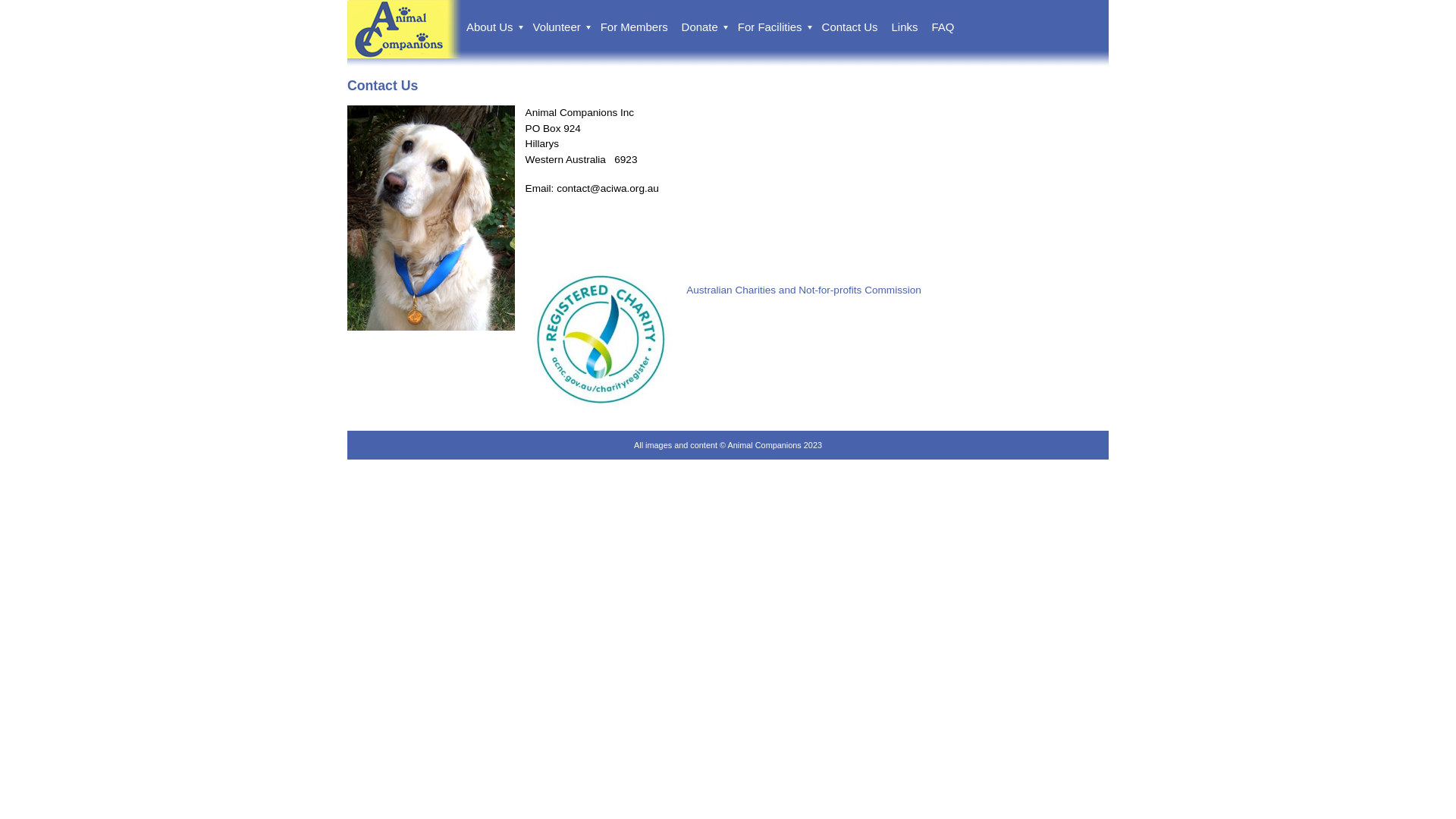  What do you see at coordinates (635, 27) in the screenshot?
I see `'For Members'` at bounding box center [635, 27].